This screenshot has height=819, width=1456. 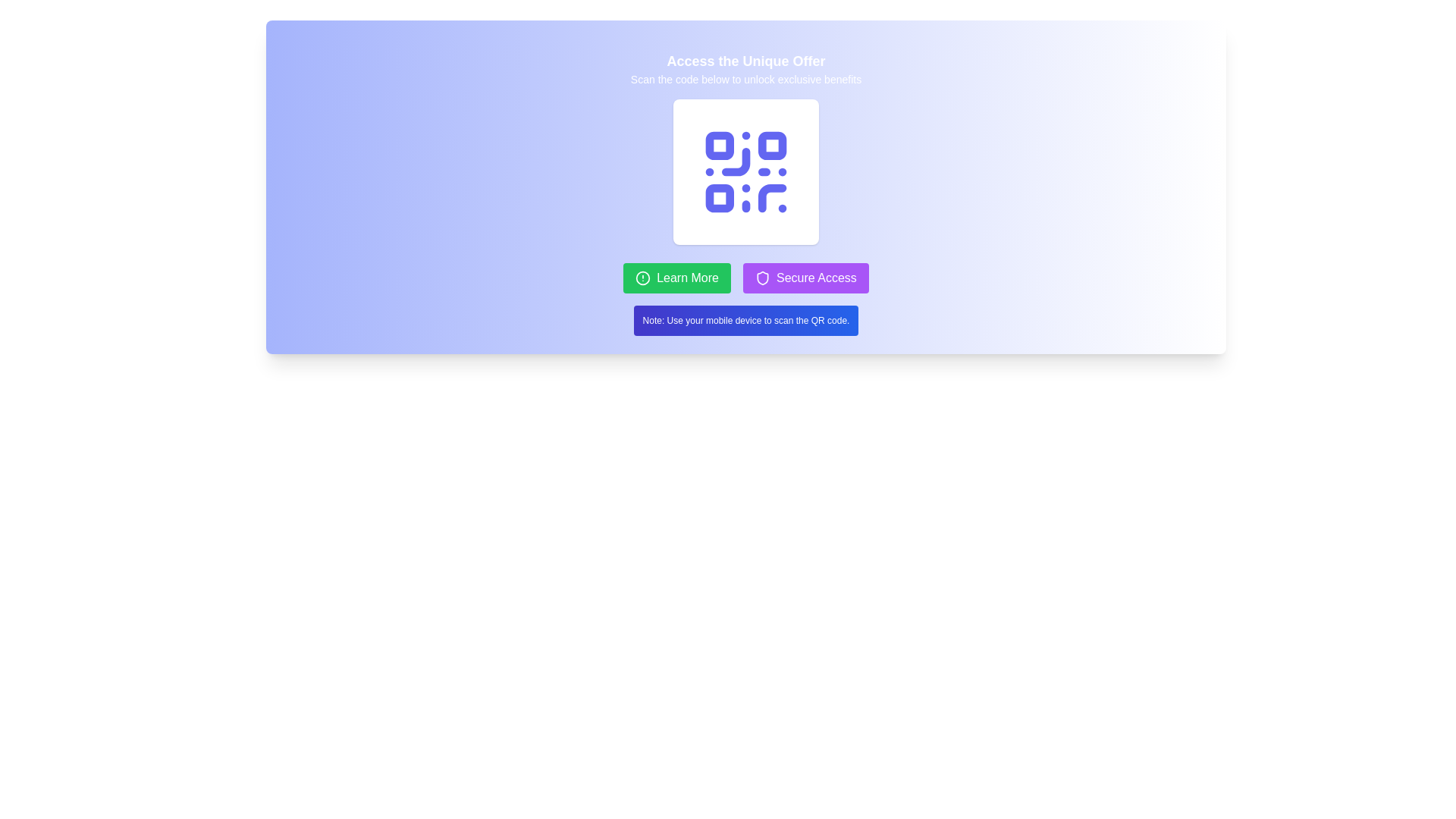 I want to click on the small, blue, square-shaped SVG rectangle with rounded corners located at the top-right of the QR code design, so click(x=772, y=146).